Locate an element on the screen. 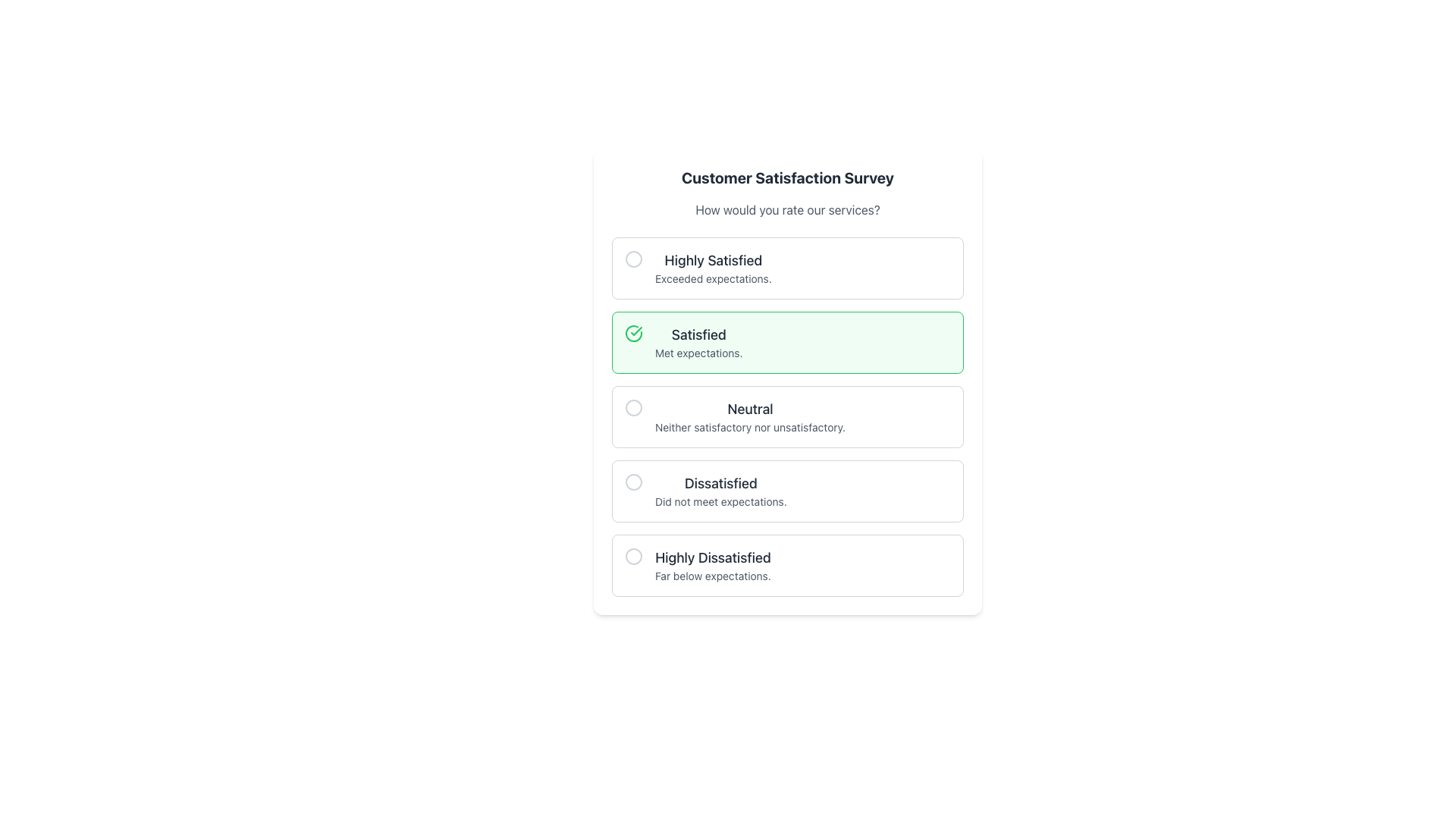 This screenshot has width=1456, height=819. the 'Highly Satisfied' radio button option in the survey is located at coordinates (787, 268).